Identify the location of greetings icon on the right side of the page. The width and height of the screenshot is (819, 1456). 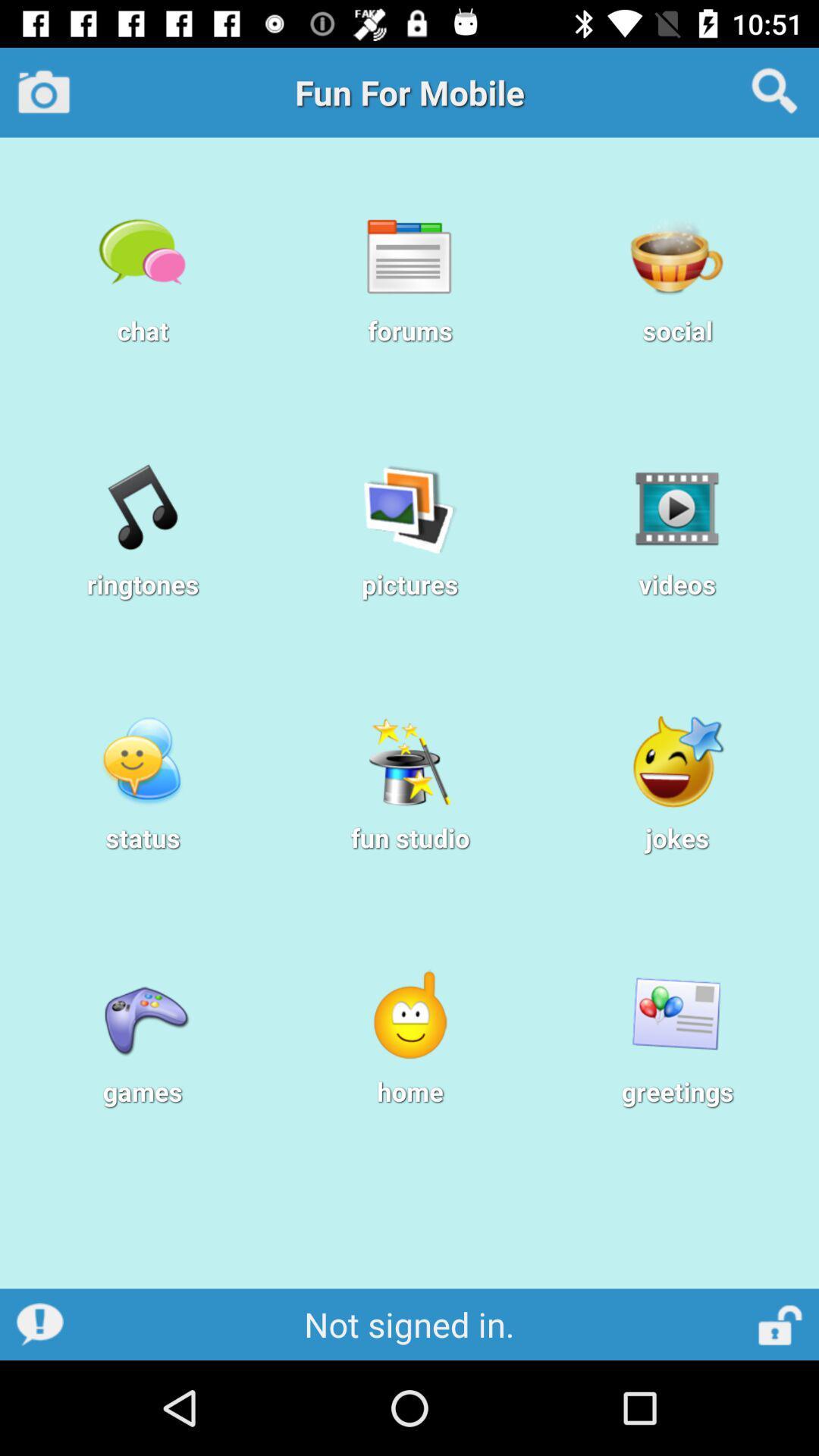
(676, 1015).